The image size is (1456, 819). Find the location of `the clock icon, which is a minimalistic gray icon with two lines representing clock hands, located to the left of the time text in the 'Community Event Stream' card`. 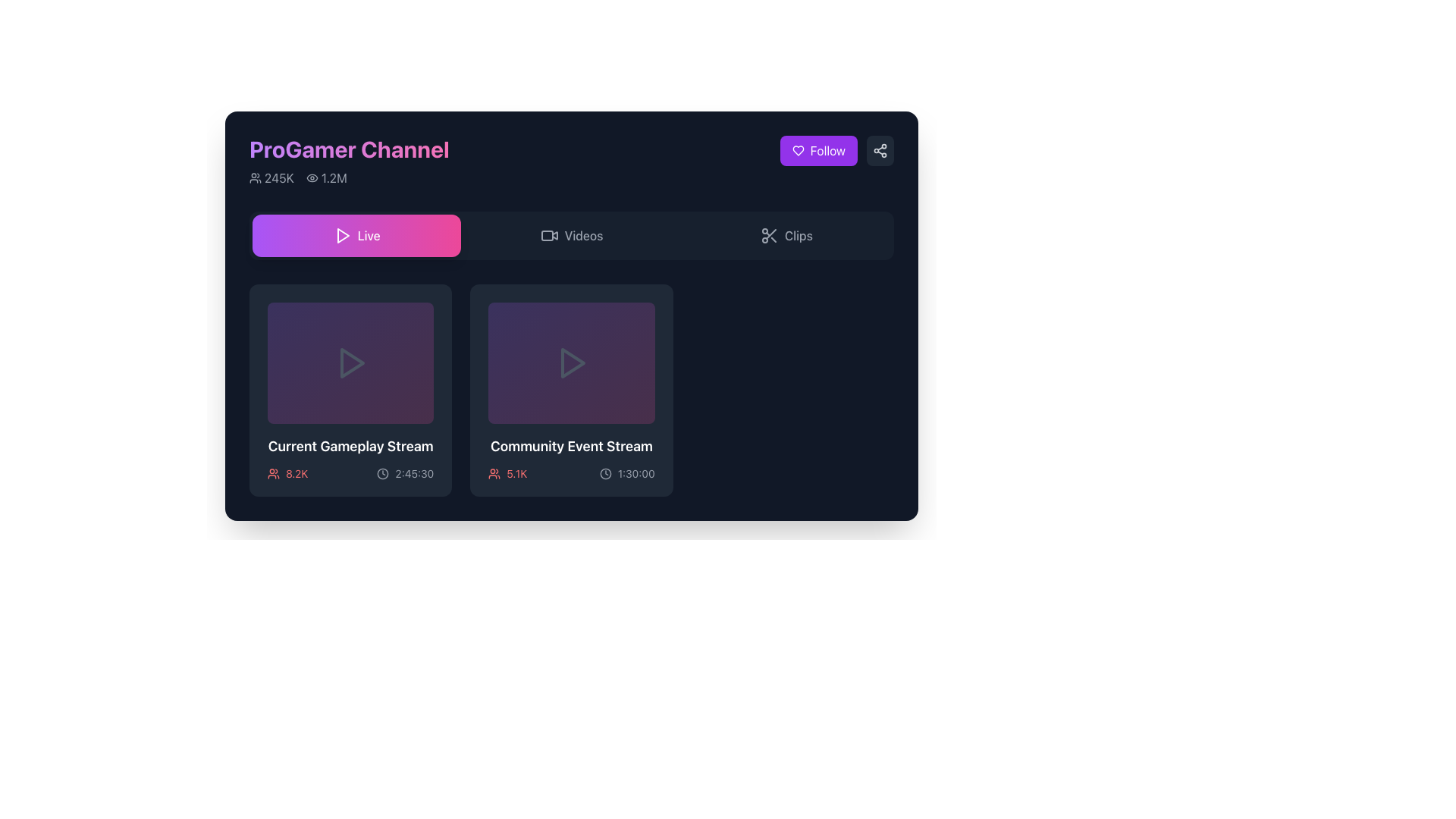

the clock icon, which is a minimalistic gray icon with two lines representing clock hands, located to the left of the time text in the 'Community Event Stream' card is located at coordinates (604, 472).